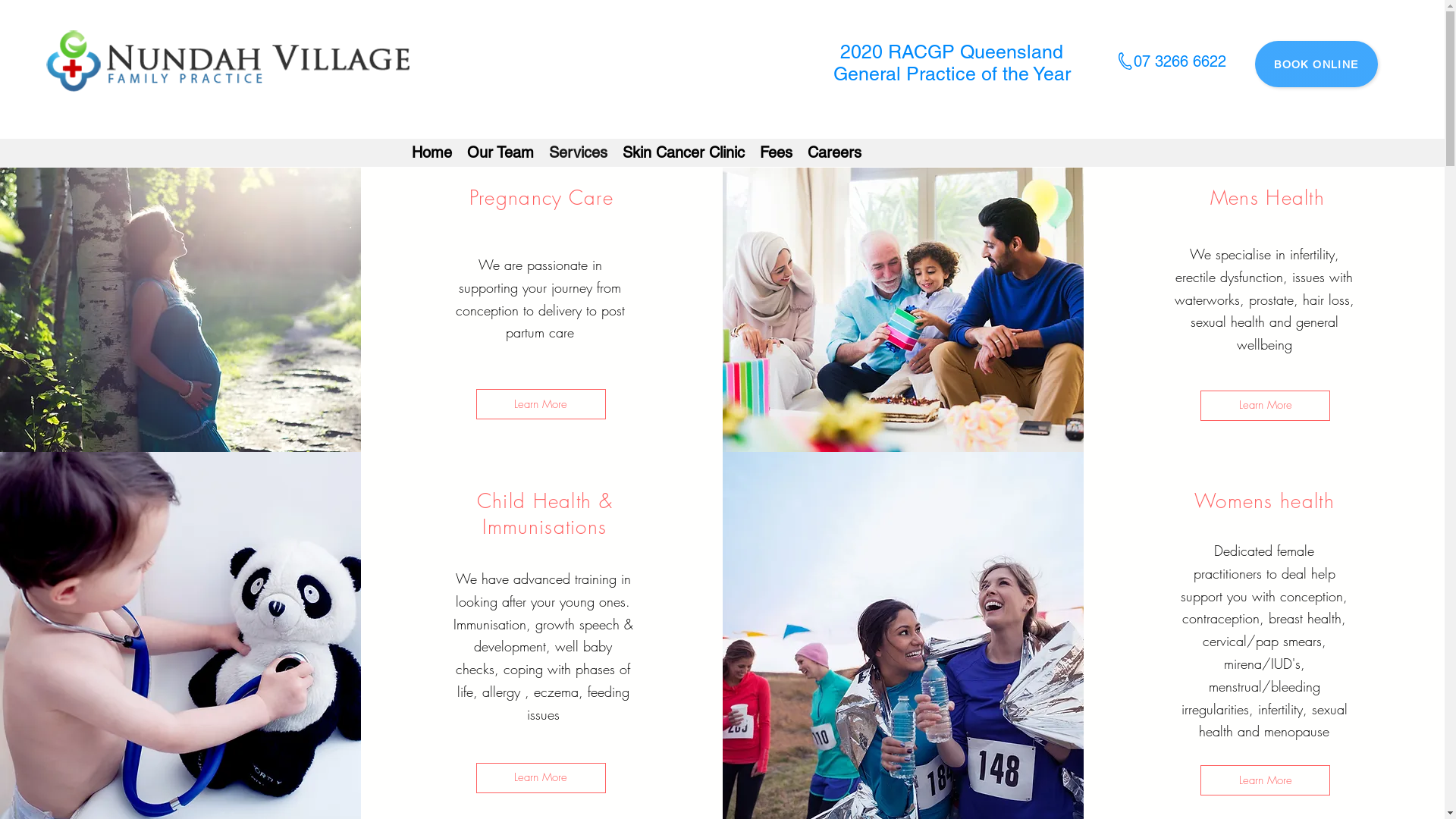 This screenshot has width=1456, height=819. What do you see at coordinates (1316, 63) in the screenshot?
I see `'BOOK ONLINE'` at bounding box center [1316, 63].